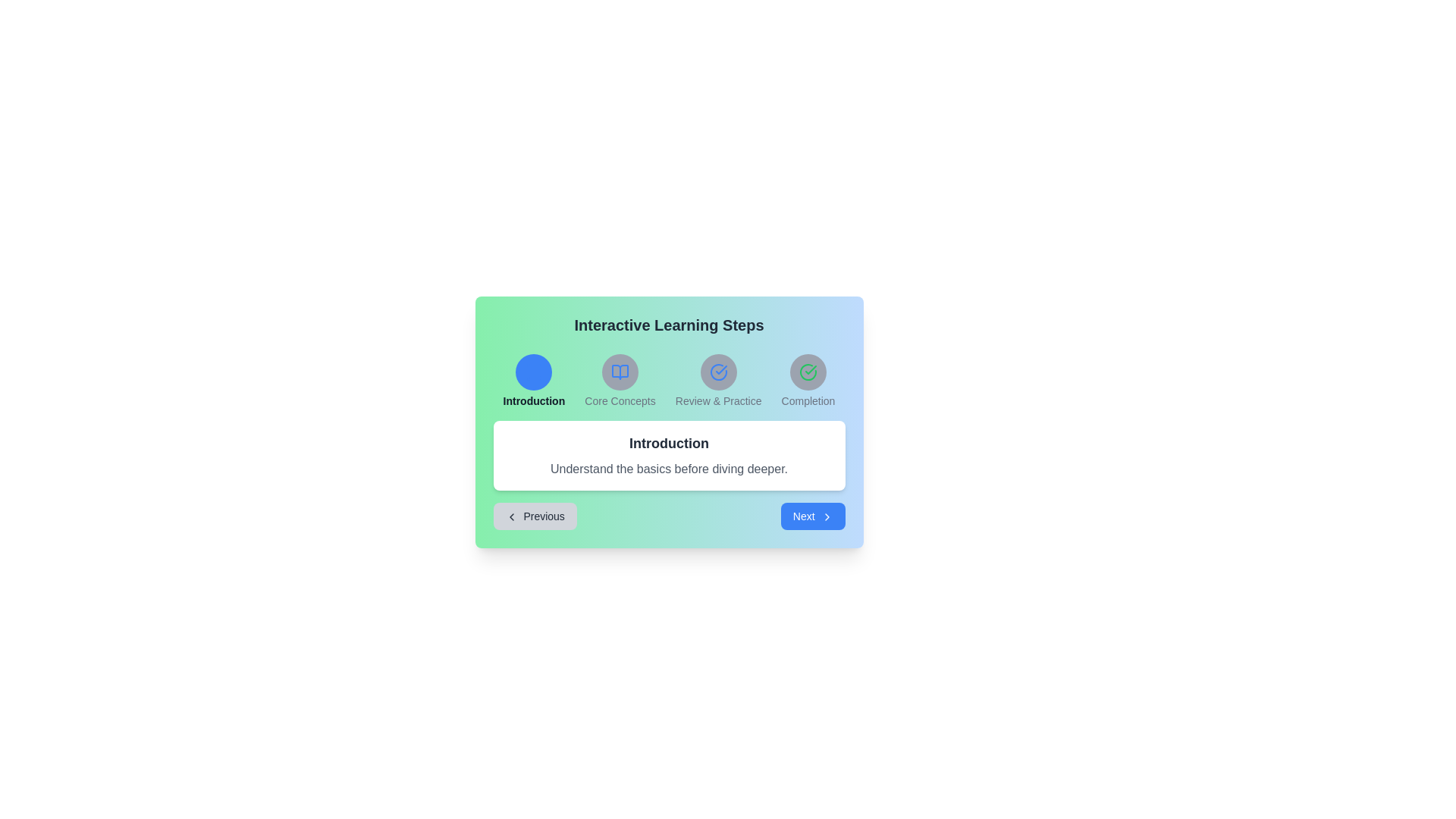 Image resolution: width=1456 pixels, height=819 pixels. Describe the element at coordinates (807, 400) in the screenshot. I see `the 'Completion' label in the 'Interactive Learning Steps' sequence, which is located in the far-right position of the row below the corresponding circular completion icon` at that location.